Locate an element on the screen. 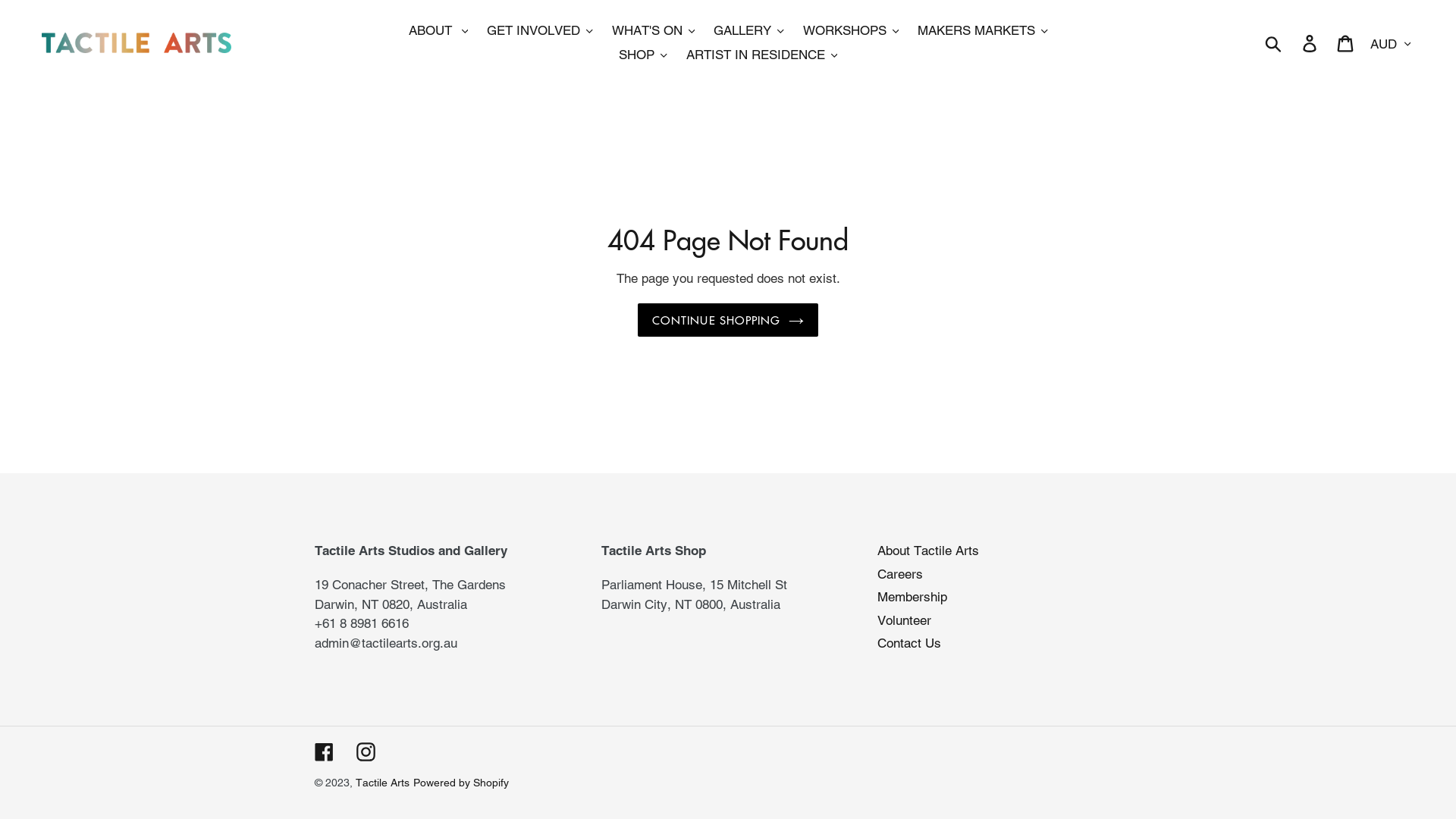  'Volunteer' is located at coordinates (904, 620).